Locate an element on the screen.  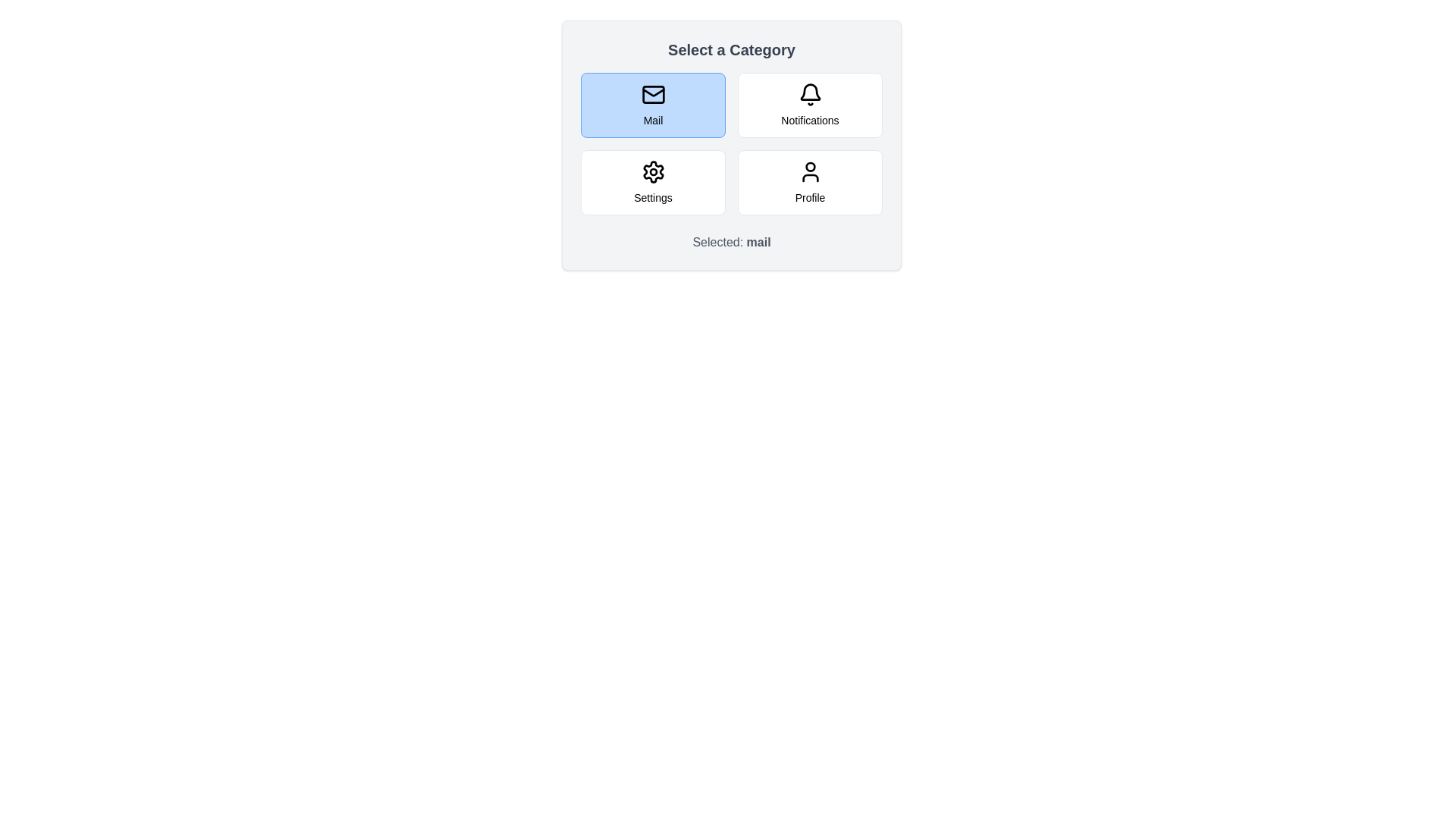
the category button corresponding to Settings is located at coordinates (653, 181).